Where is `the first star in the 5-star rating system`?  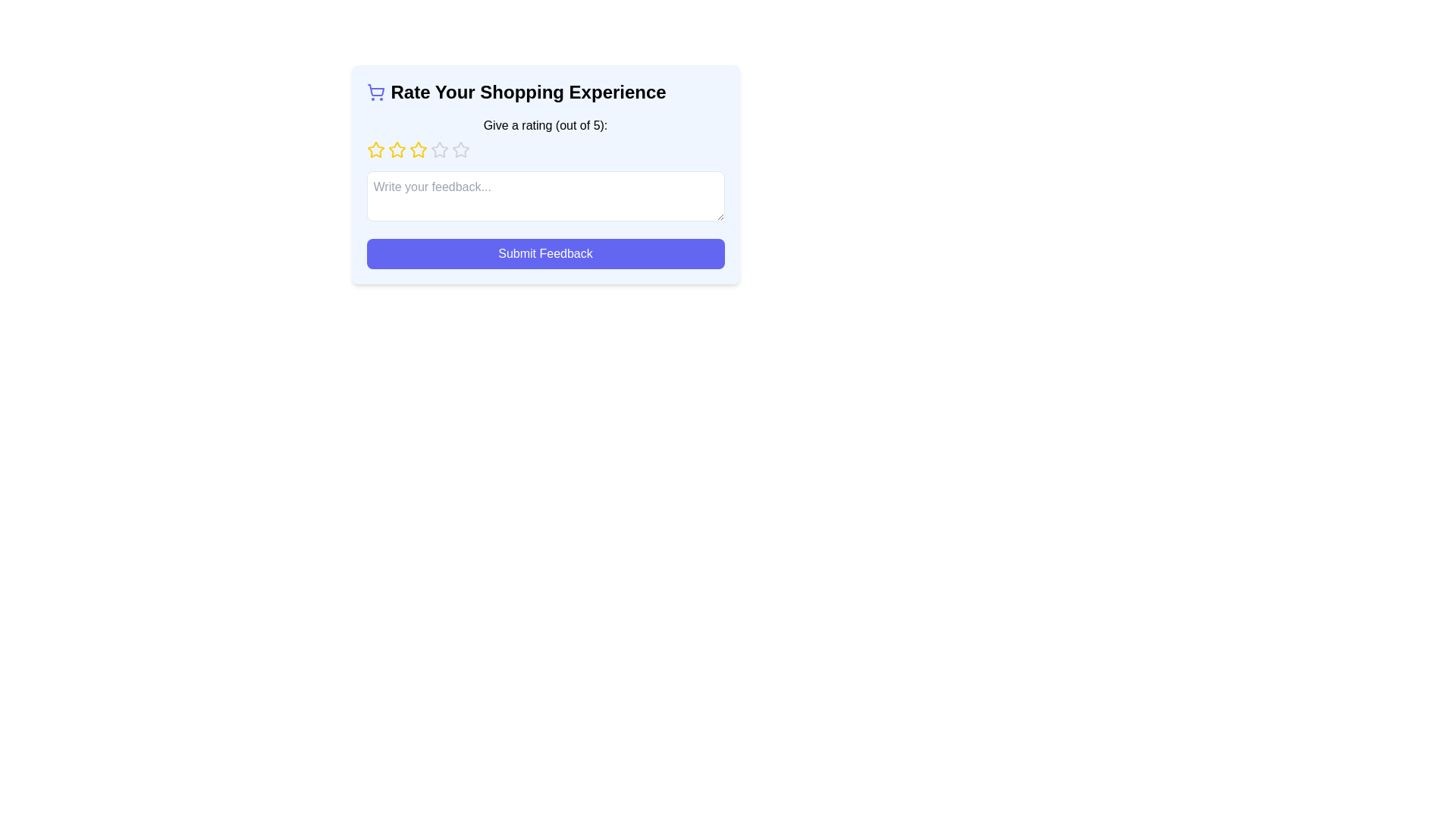
the first star in the 5-star rating system is located at coordinates (375, 149).